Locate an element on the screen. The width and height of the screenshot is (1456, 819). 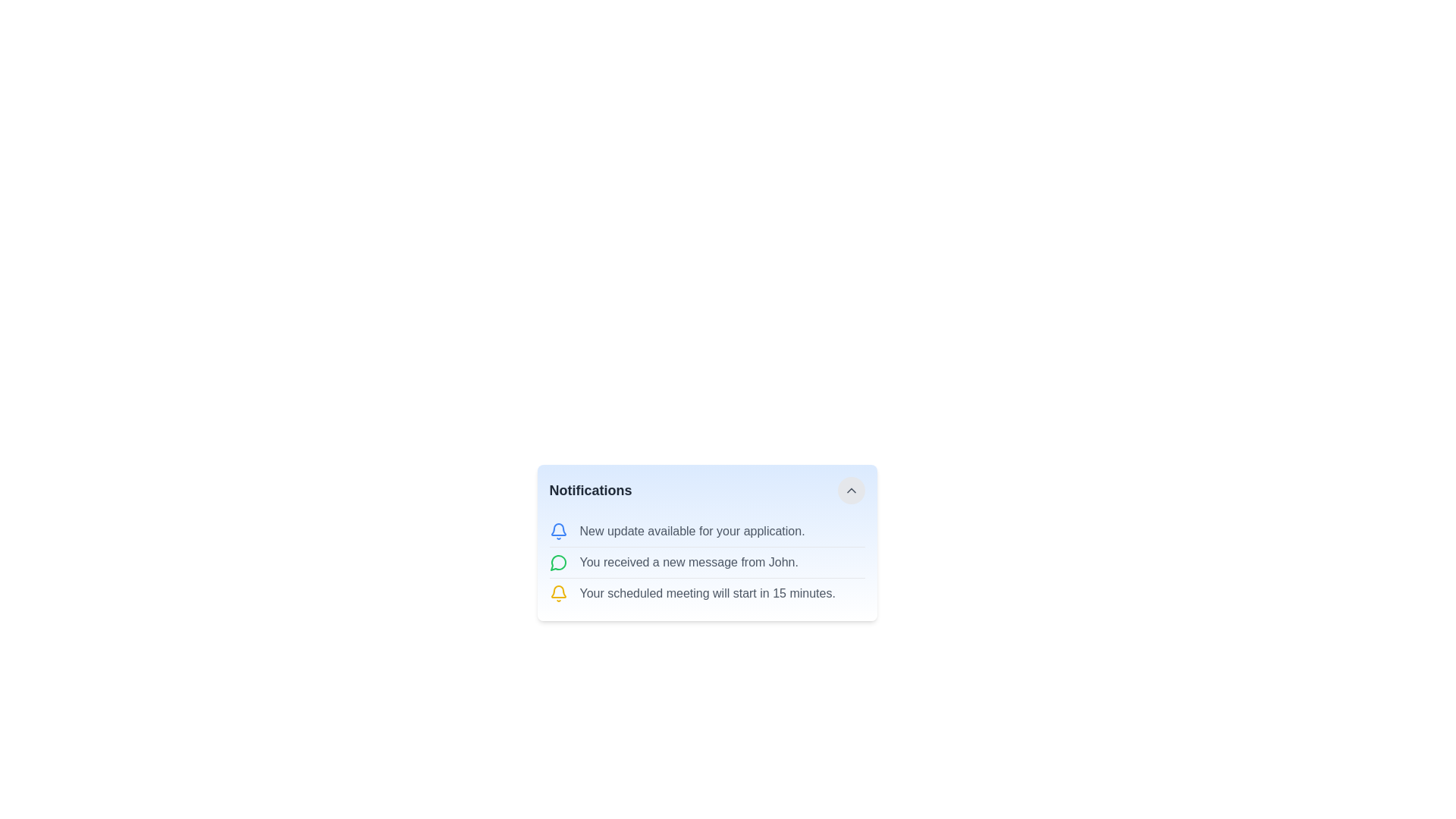
the second notification item displaying a new message from John is located at coordinates (706, 562).